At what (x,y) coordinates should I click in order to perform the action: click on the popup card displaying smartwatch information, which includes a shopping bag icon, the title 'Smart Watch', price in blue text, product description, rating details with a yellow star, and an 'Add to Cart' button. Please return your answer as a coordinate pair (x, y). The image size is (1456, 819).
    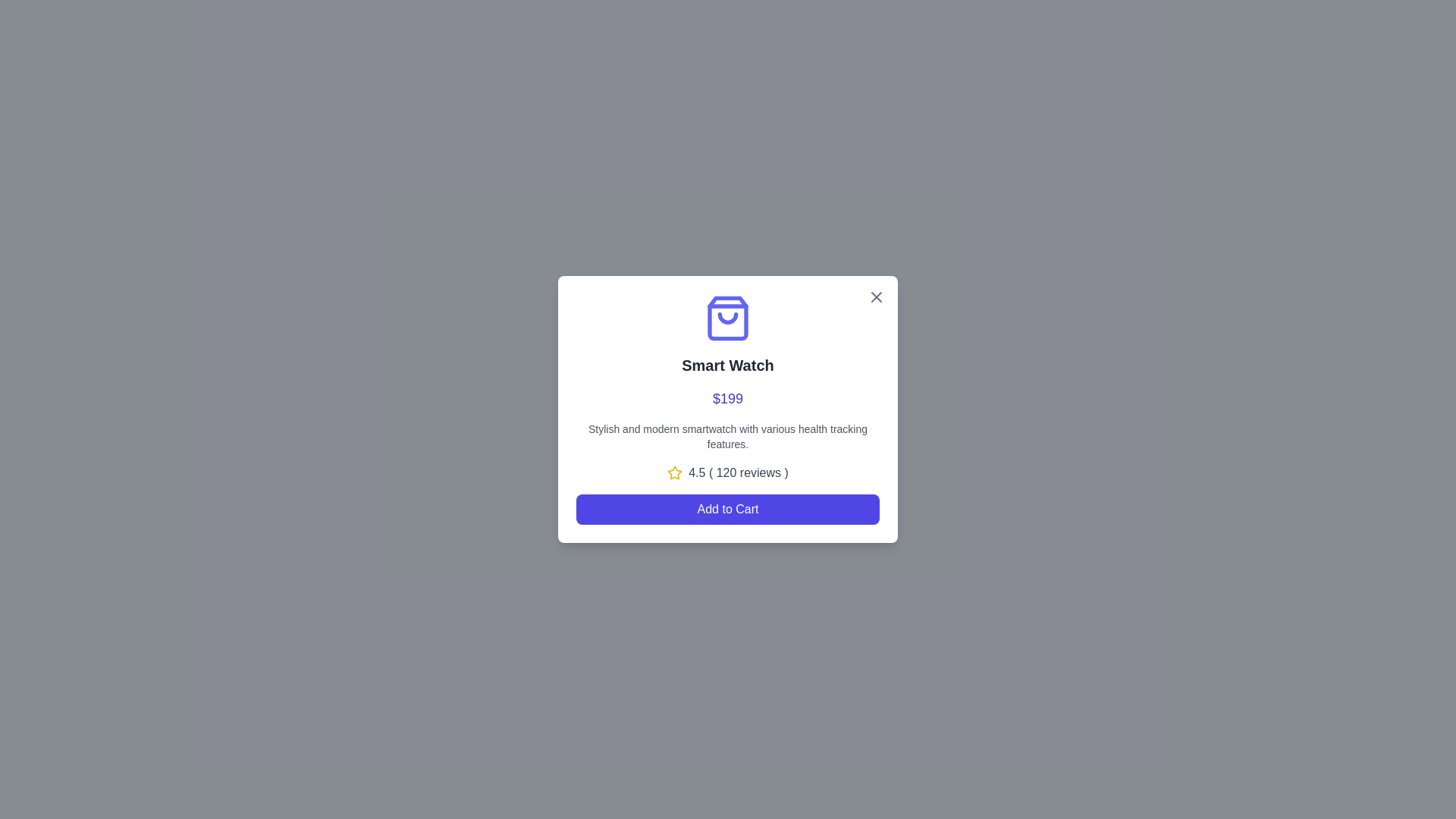
    Looking at the image, I should click on (728, 409).